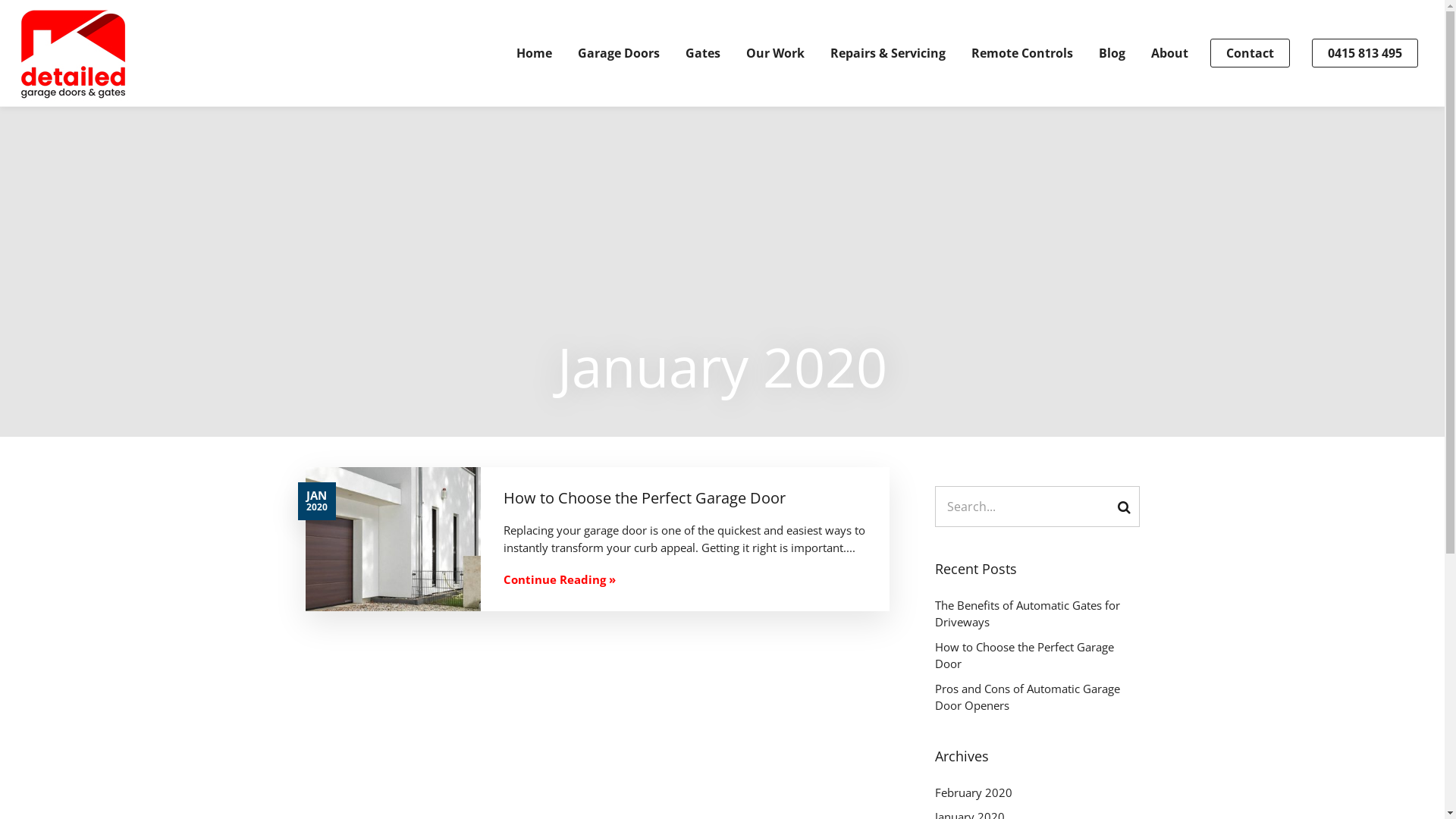 Image resolution: width=1456 pixels, height=819 pixels. What do you see at coordinates (1169, 52) in the screenshot?
I see `'About'` at bounding box center [1169, 52].